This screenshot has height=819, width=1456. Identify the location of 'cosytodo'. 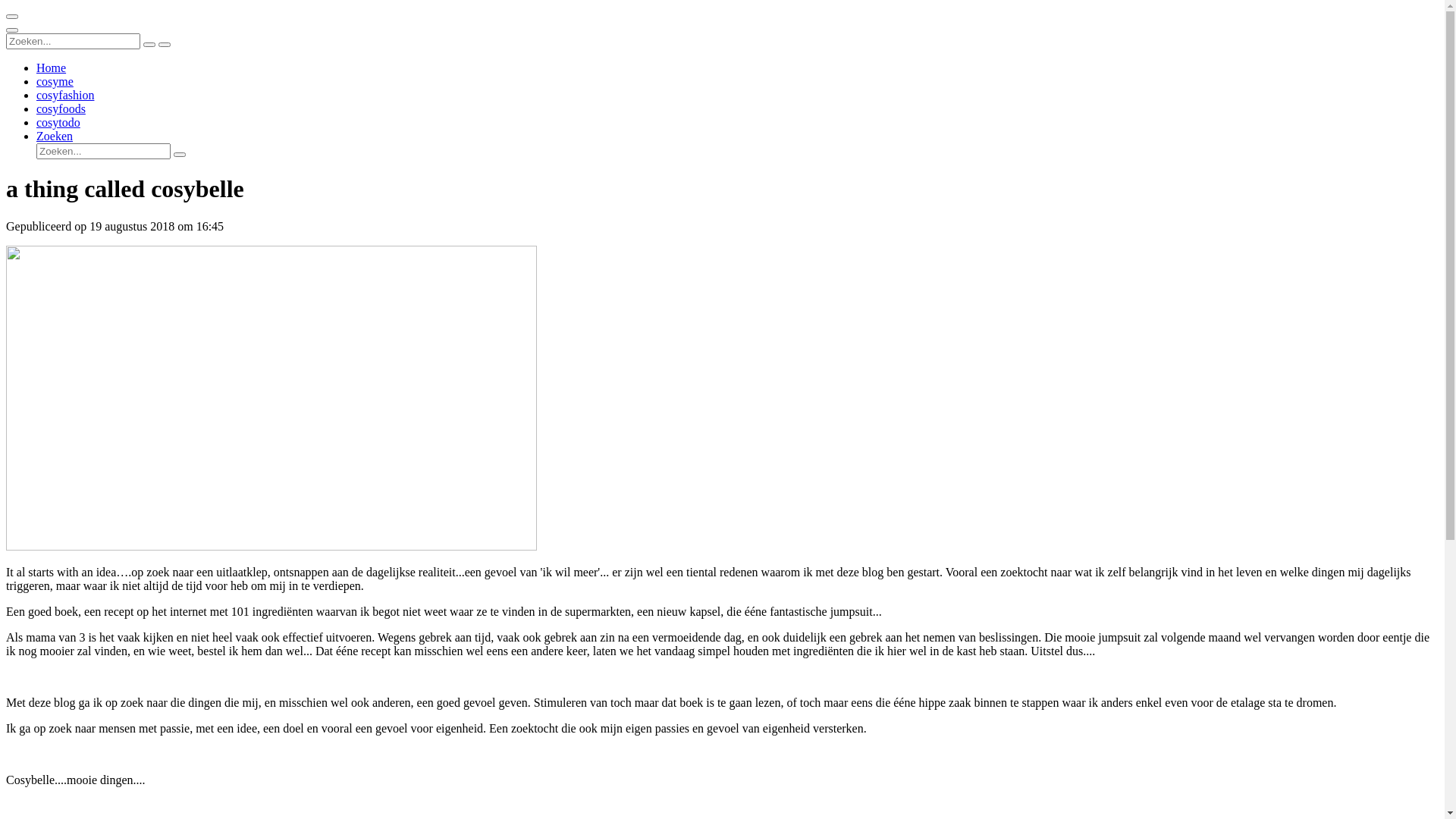
(58, 121).